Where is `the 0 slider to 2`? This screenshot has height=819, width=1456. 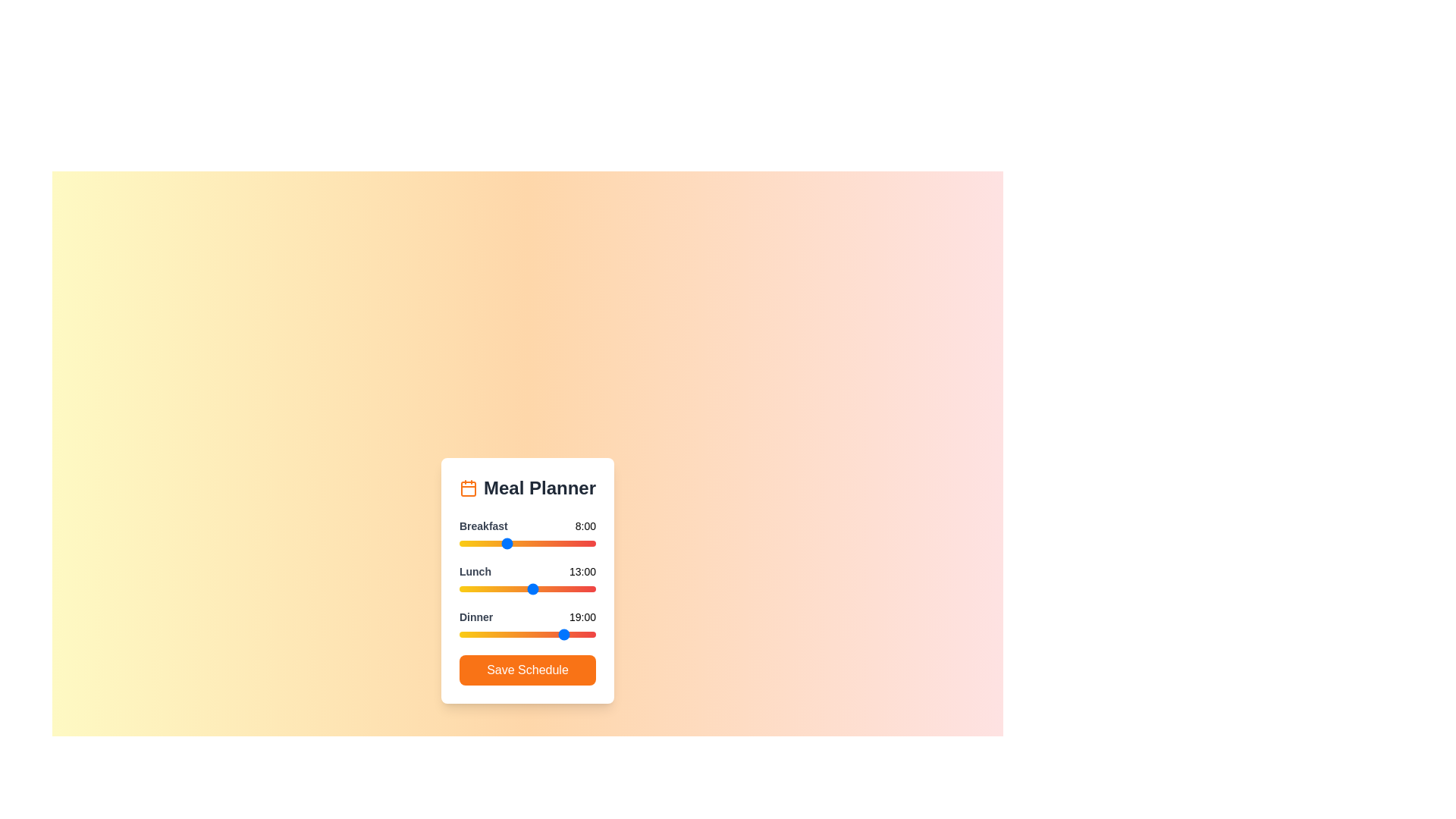 the 0 slider to 2 is located at coordinates (469, 543).